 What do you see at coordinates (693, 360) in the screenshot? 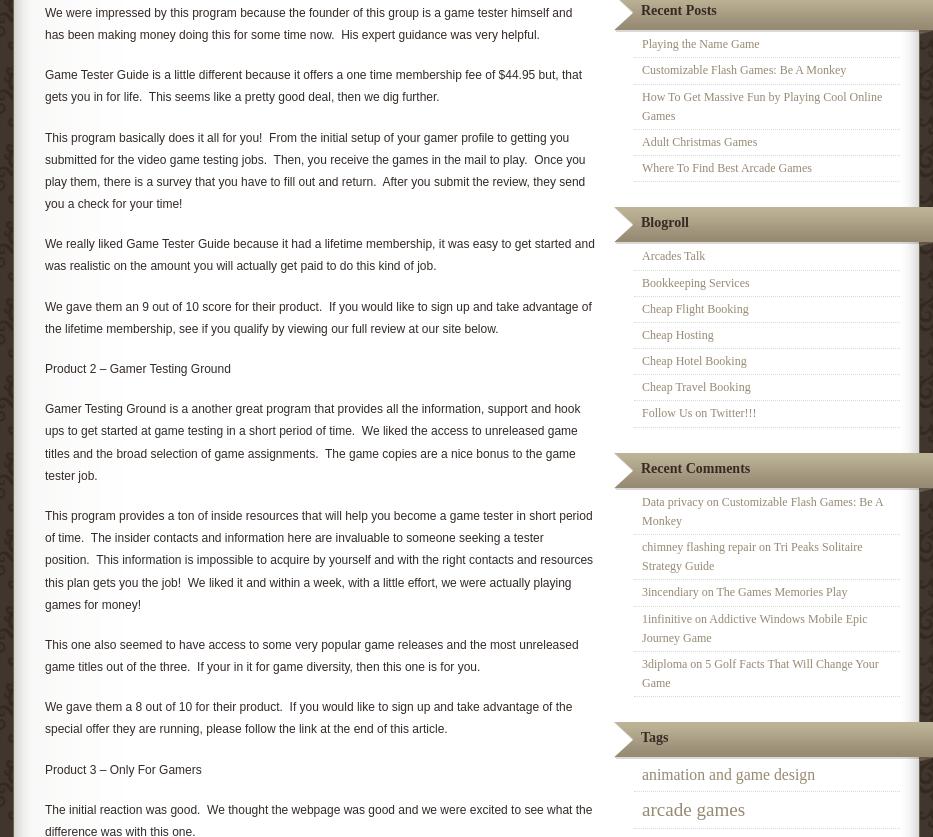
I see `'Cheap Hotel Booking'` at bounding box center [693, 360].